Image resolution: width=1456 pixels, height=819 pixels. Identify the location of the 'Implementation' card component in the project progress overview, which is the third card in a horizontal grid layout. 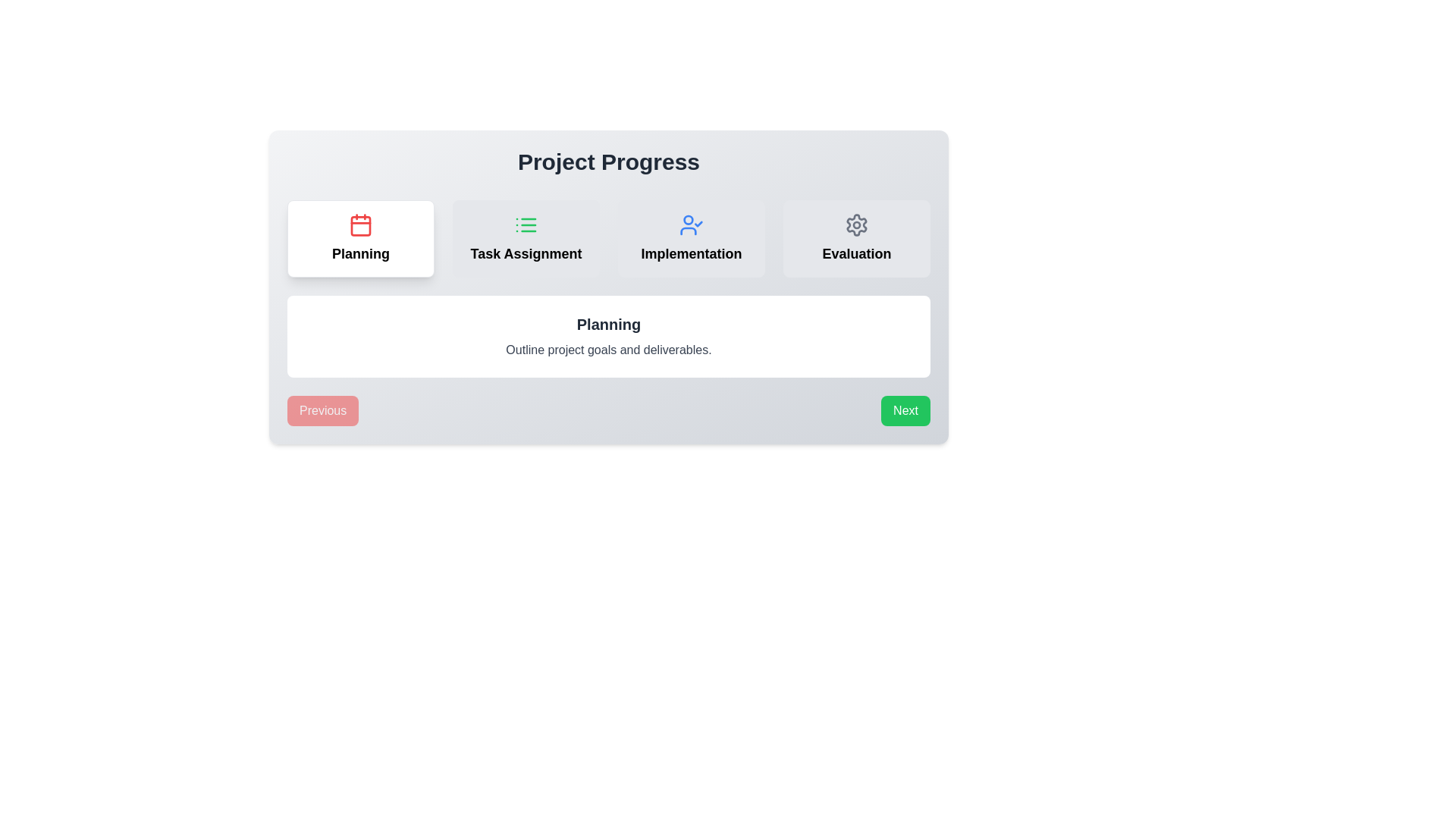
(691, 239).